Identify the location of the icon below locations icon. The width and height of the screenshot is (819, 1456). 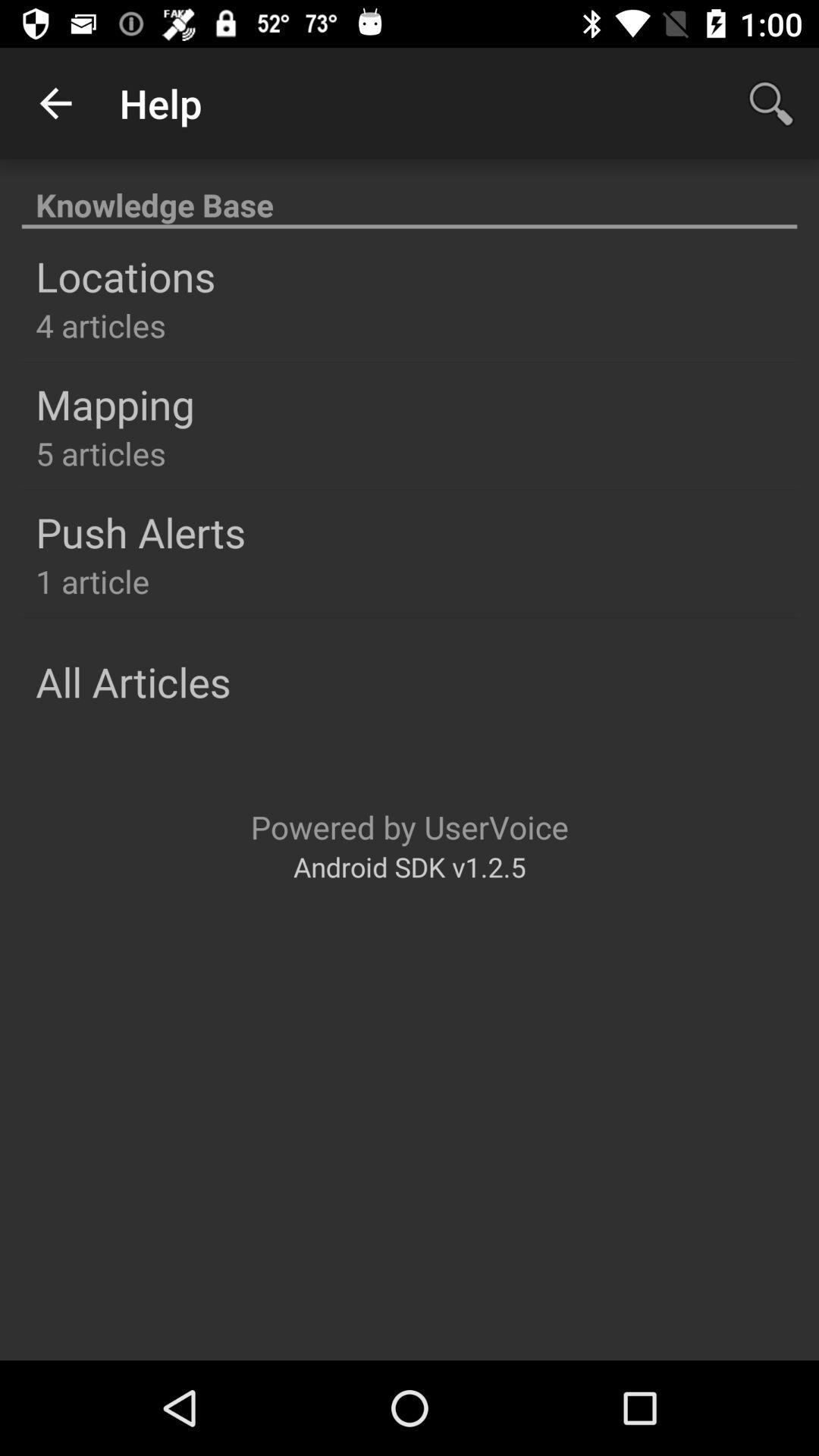
(101, 324).